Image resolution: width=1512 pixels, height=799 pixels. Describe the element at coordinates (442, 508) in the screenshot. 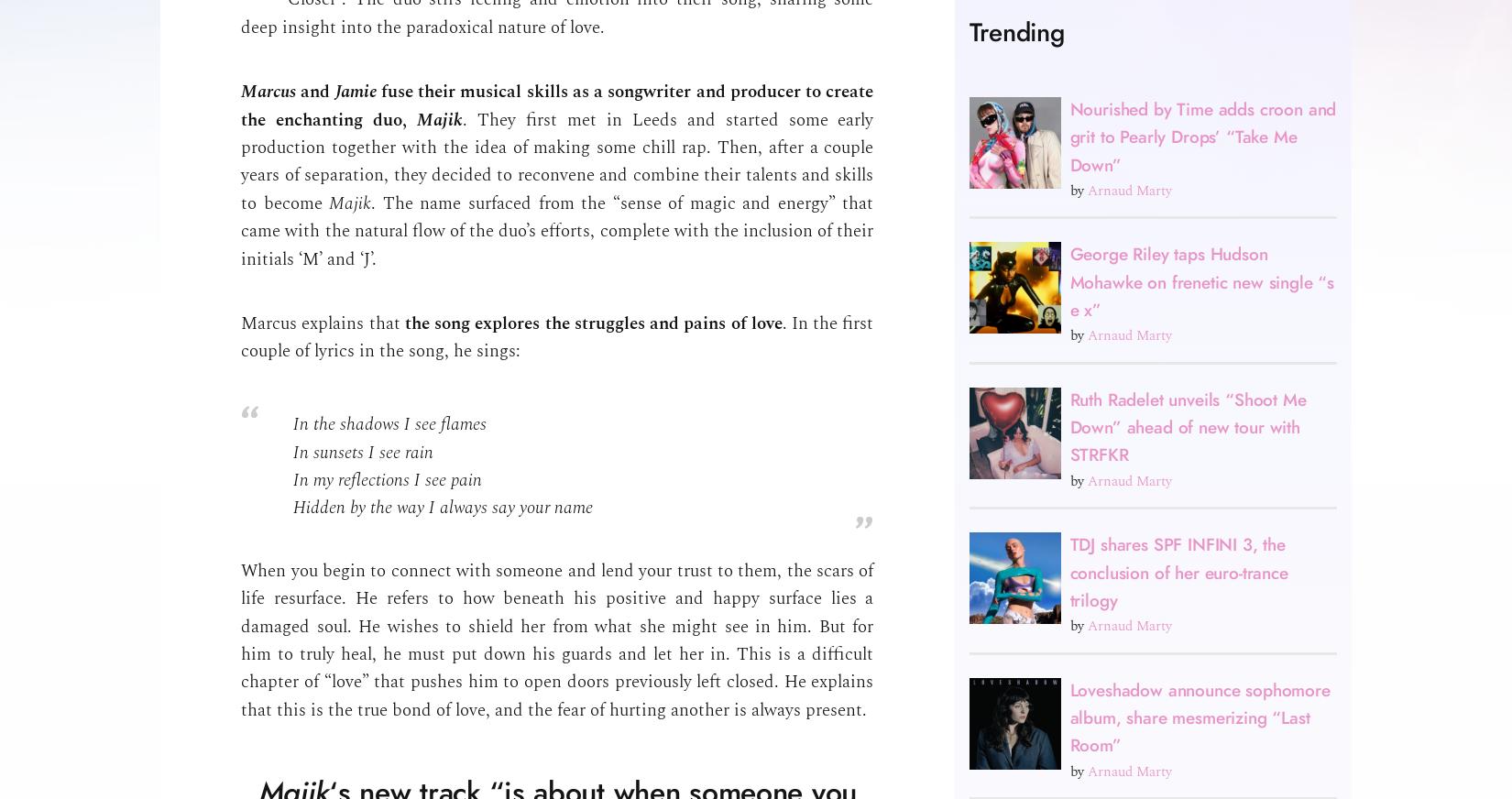

I see `'Hidden by the way I always say your name'` at that location.